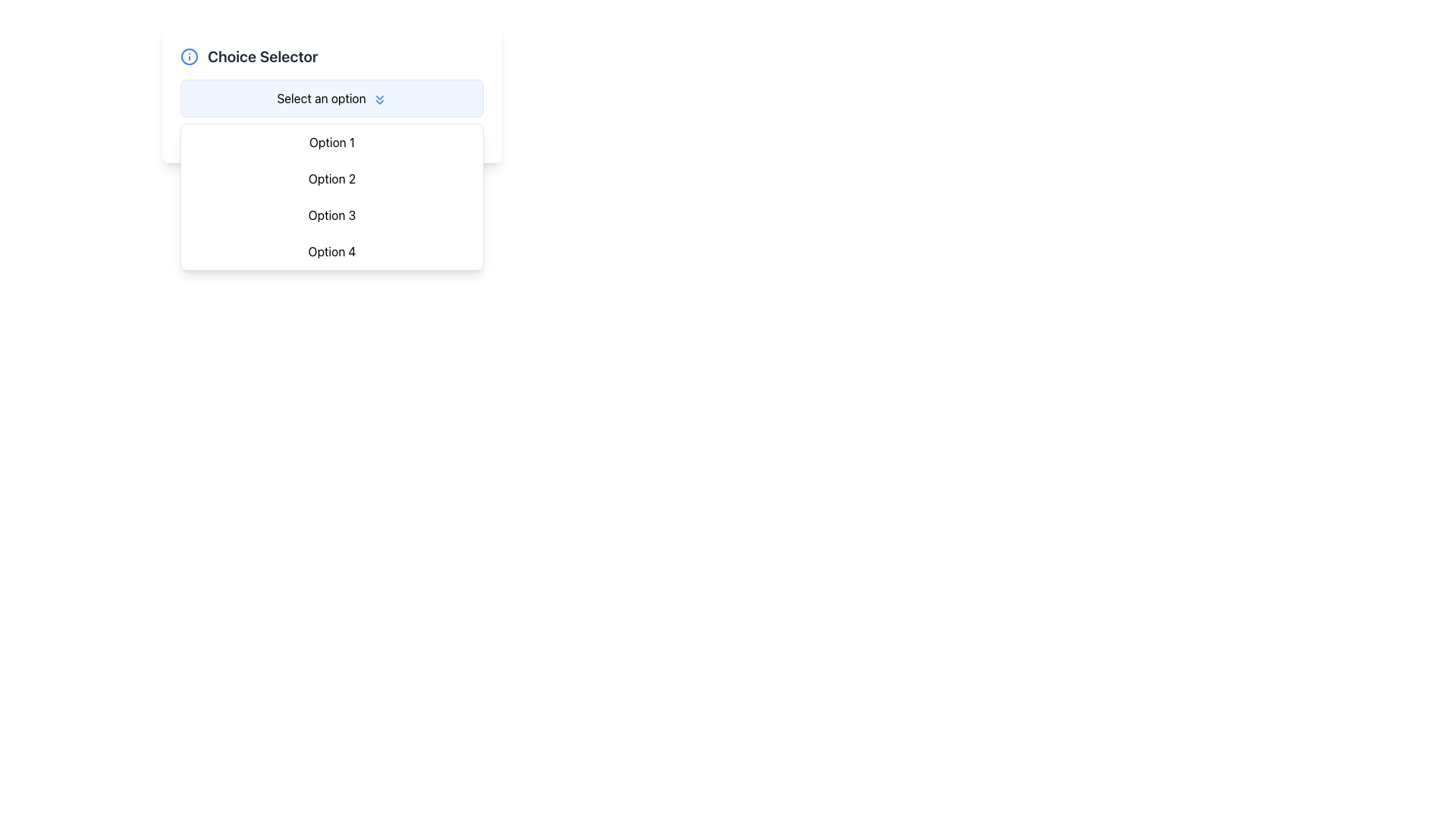 This screenshot has height=819, width=1456. I want to click on the third option in the dropdown menu that allows users to select this option, so click(331, 215).